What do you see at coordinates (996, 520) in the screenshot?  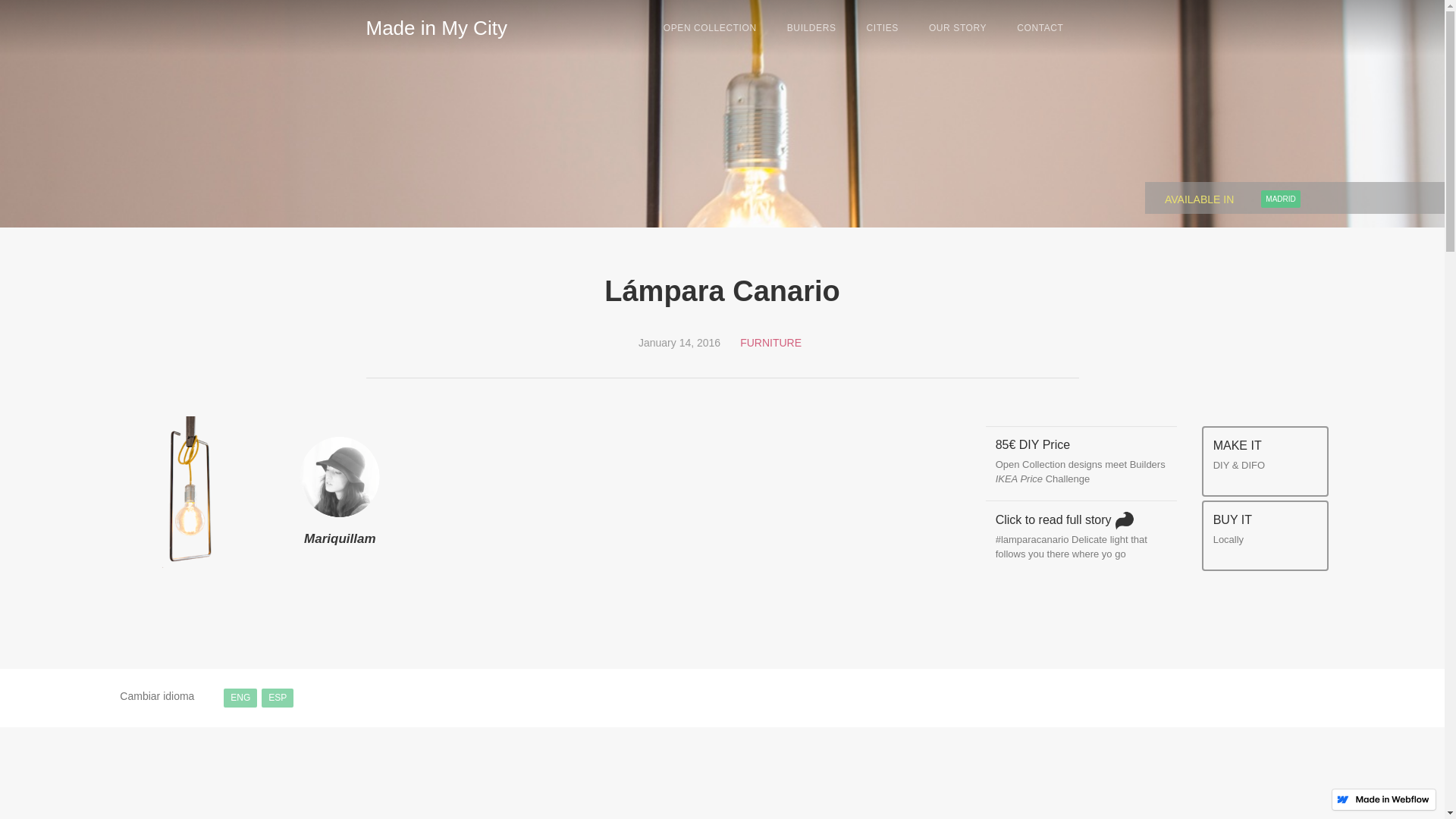 I see `'Click to read full story '` at bounding box center [996, 520].